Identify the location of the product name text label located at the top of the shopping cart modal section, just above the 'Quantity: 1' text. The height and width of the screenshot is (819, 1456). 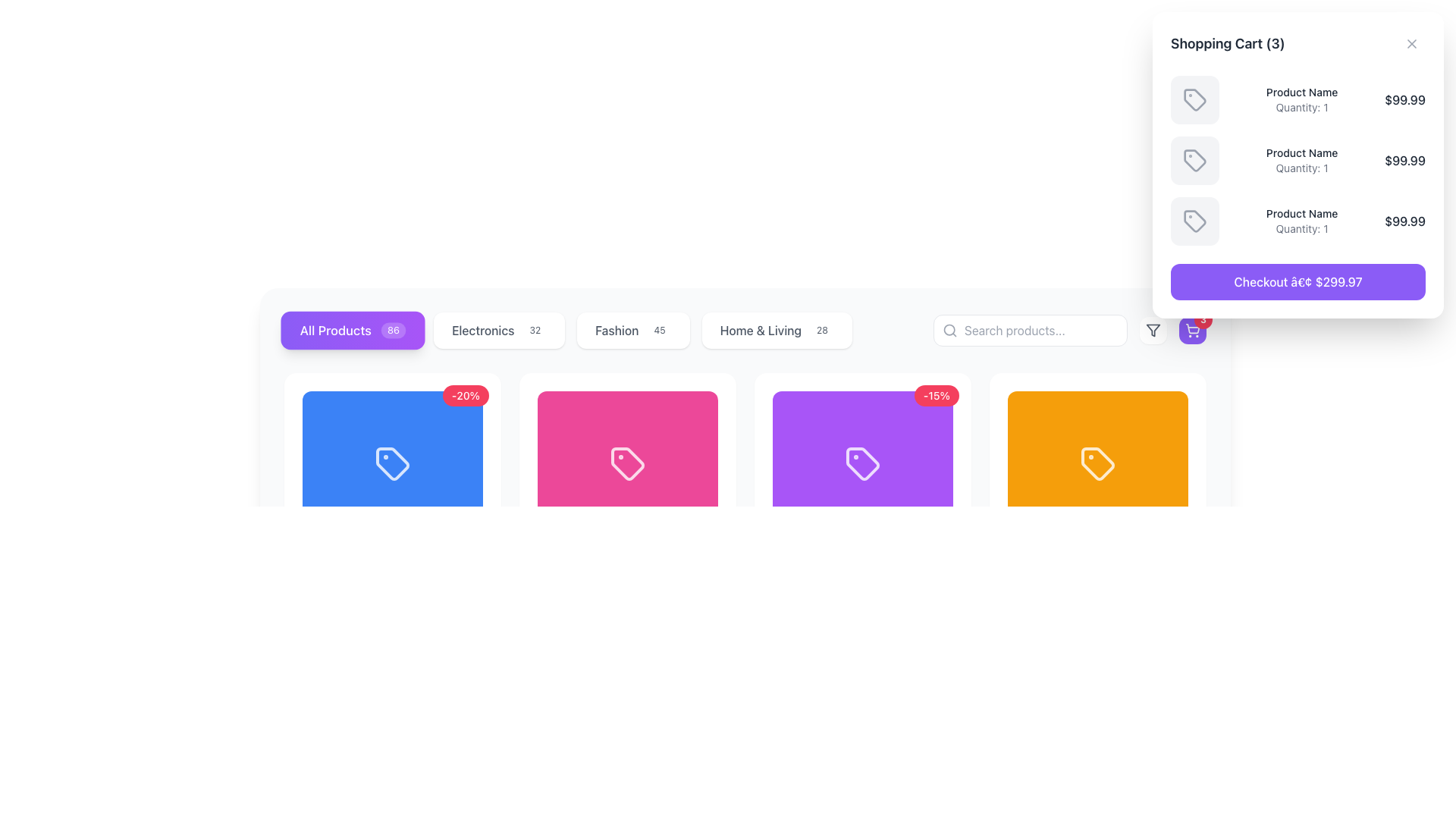
(1301, 93).